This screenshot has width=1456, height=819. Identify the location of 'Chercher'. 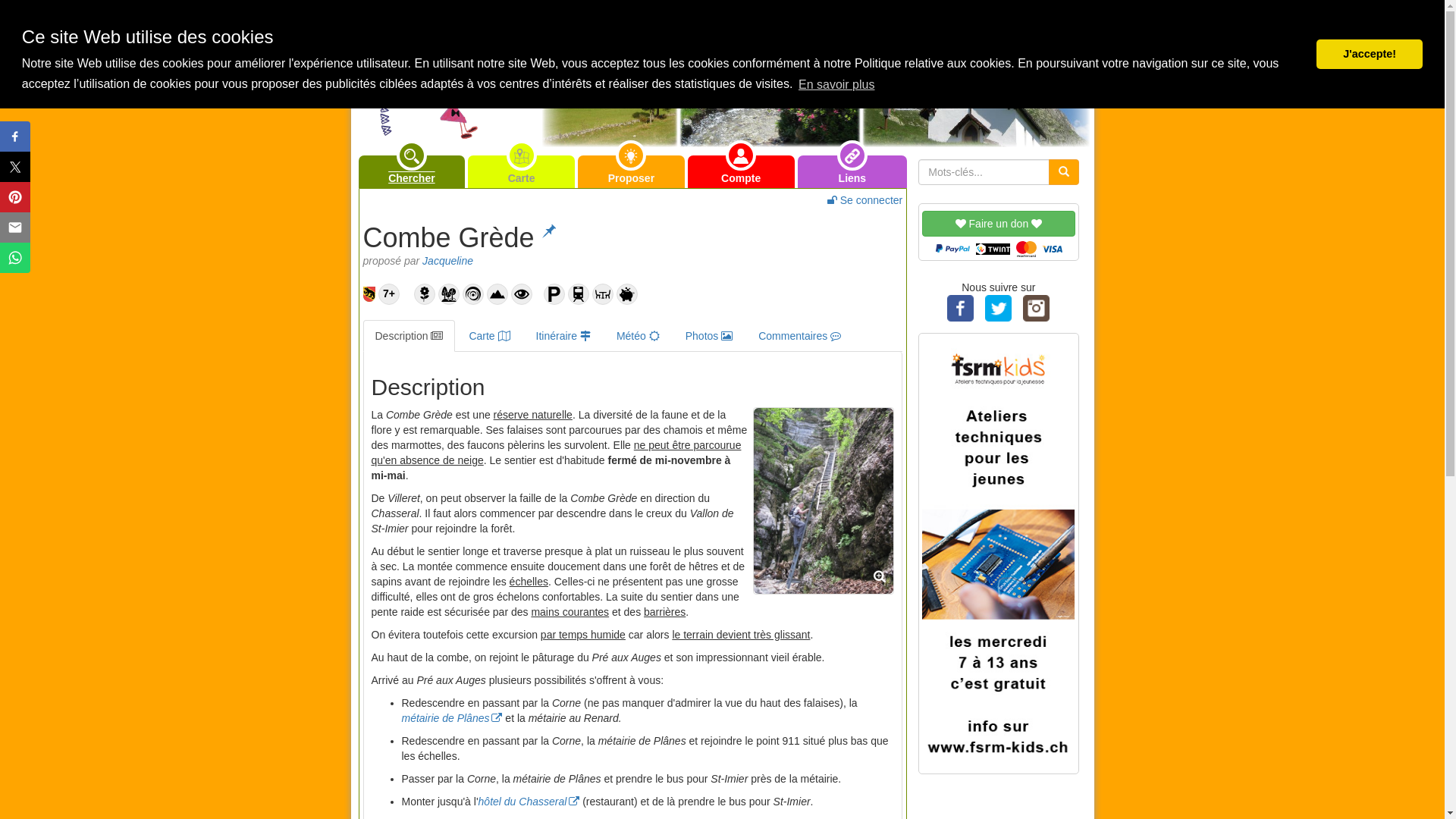
(411, 171).